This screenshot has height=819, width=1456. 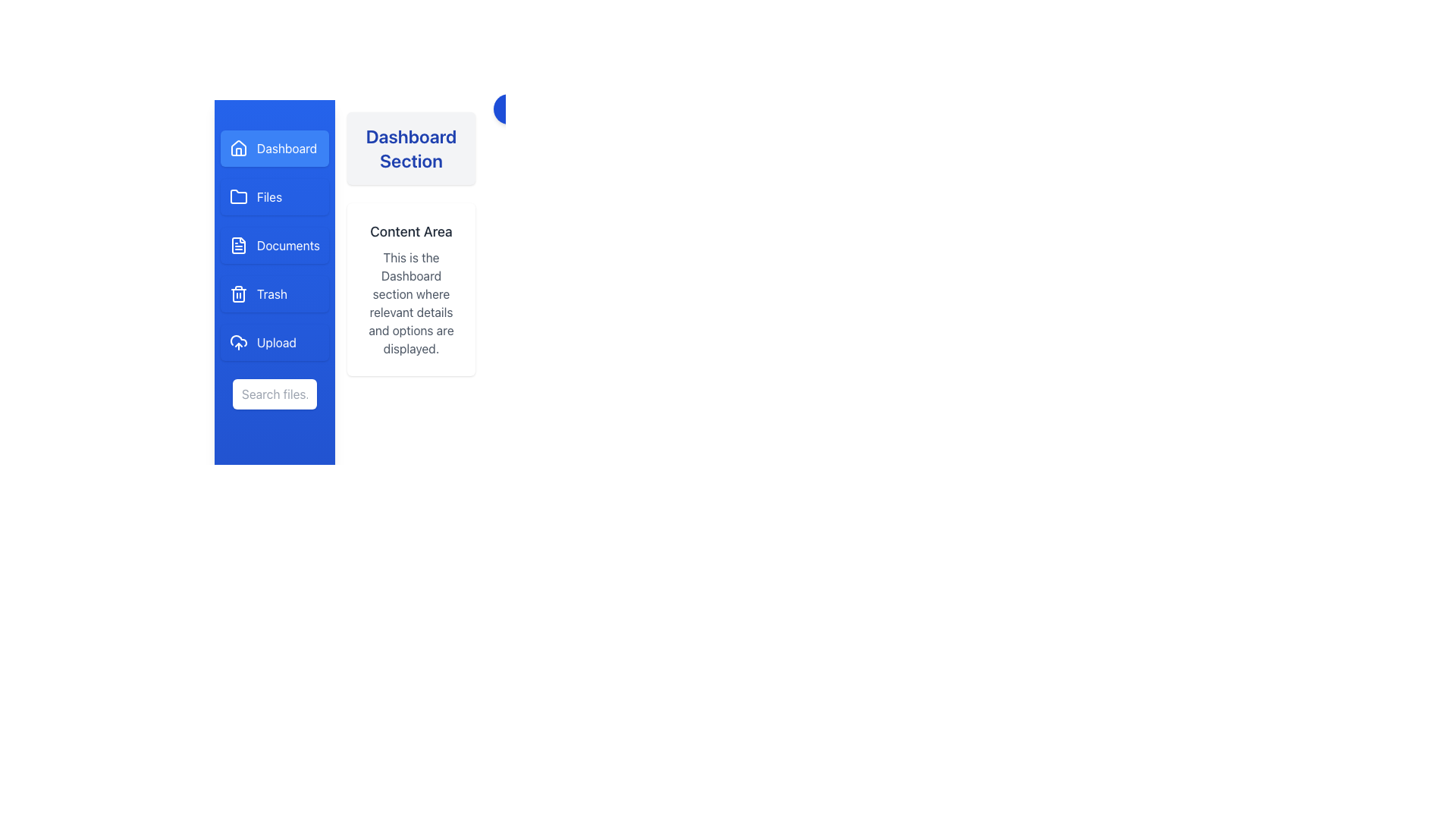 What do you see at coordinates (275, 342) in the screenshot?
I see `the file upload button located in the vertical navigation menu, which is the fifth item below the 'Trash' button` at bounding box center [275, 342].